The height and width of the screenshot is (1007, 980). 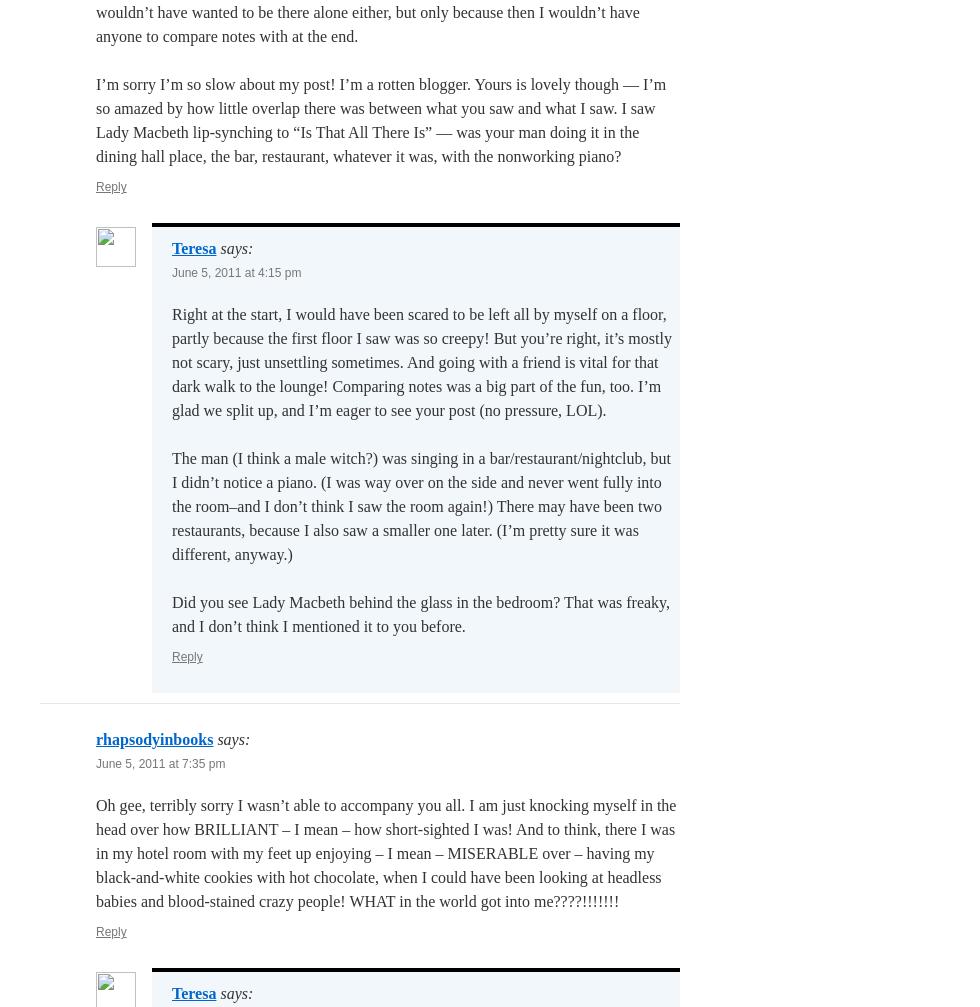 I want to click on 'rhapsodyinbooks', so click(x=154, y=738).